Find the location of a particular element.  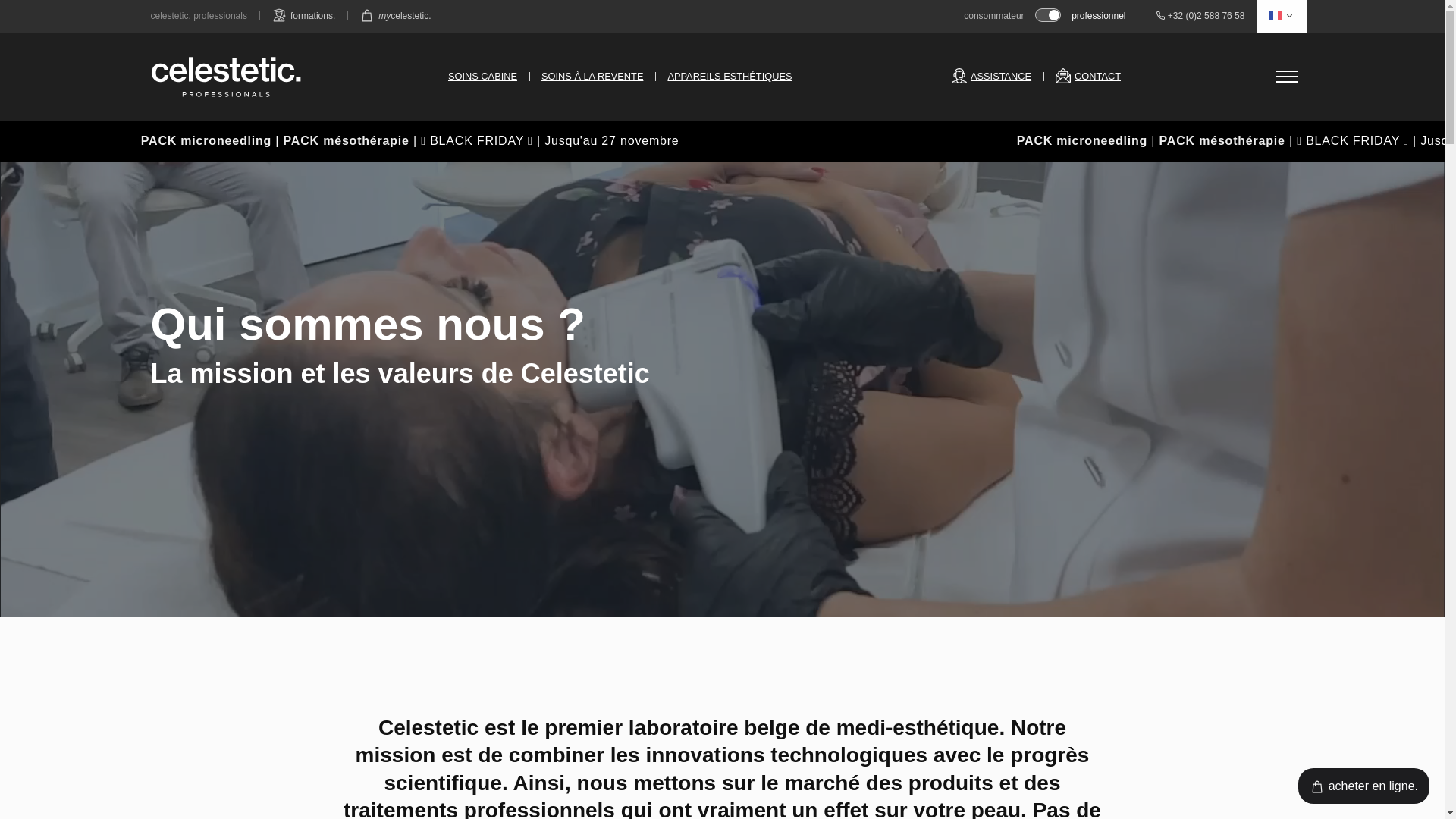

'acheter en ligne.' is located at coordinates (1298, 785).